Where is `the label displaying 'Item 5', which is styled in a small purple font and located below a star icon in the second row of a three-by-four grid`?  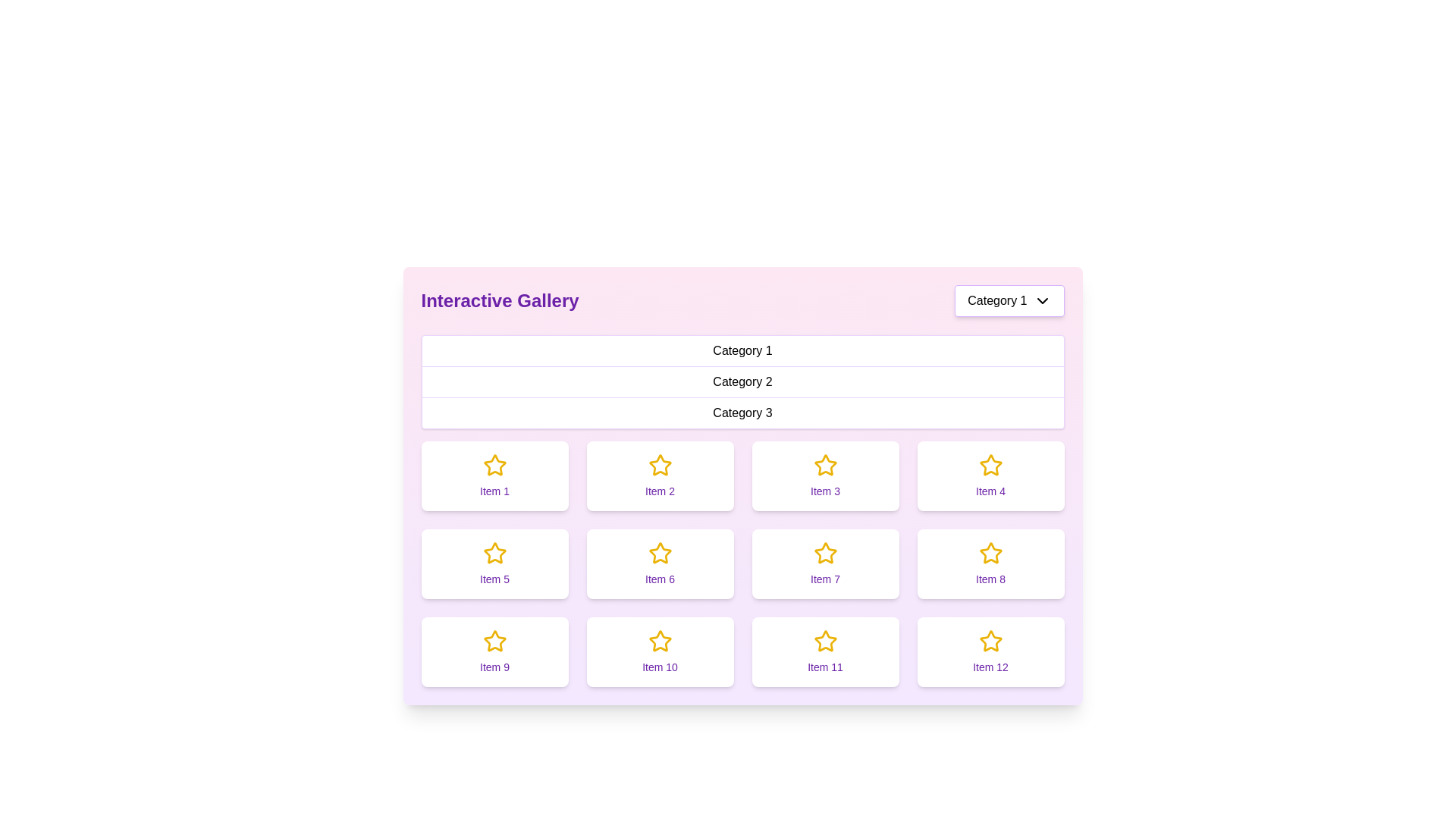
the label displaying 'Item 5', which is styled in a small purple font and located below a star icon in the second row of a three-by-four grid is located at coordinates (494, 579).